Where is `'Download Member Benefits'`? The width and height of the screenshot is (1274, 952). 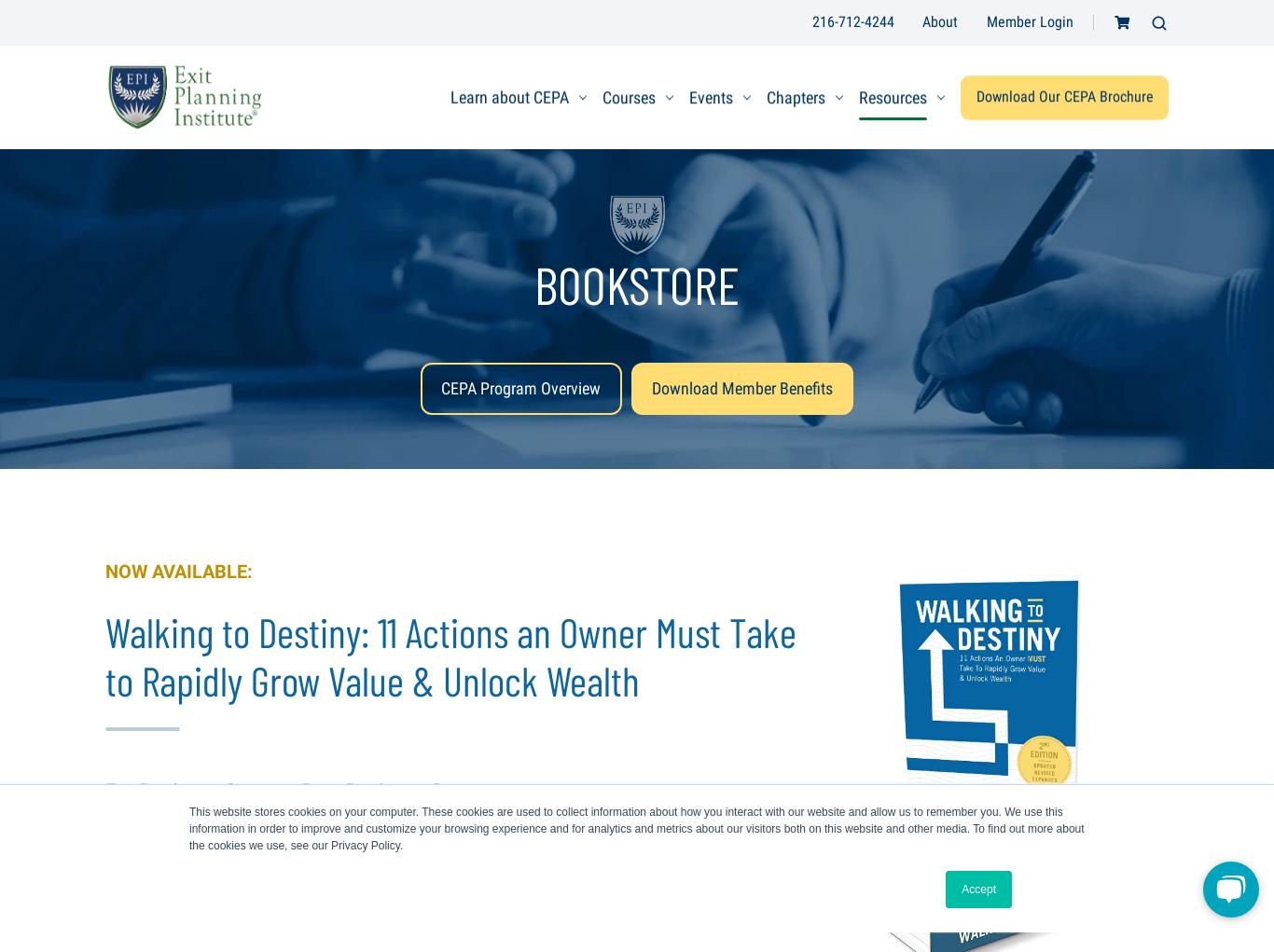 'Download Member Benefits' is located at coordinates (741, 387).